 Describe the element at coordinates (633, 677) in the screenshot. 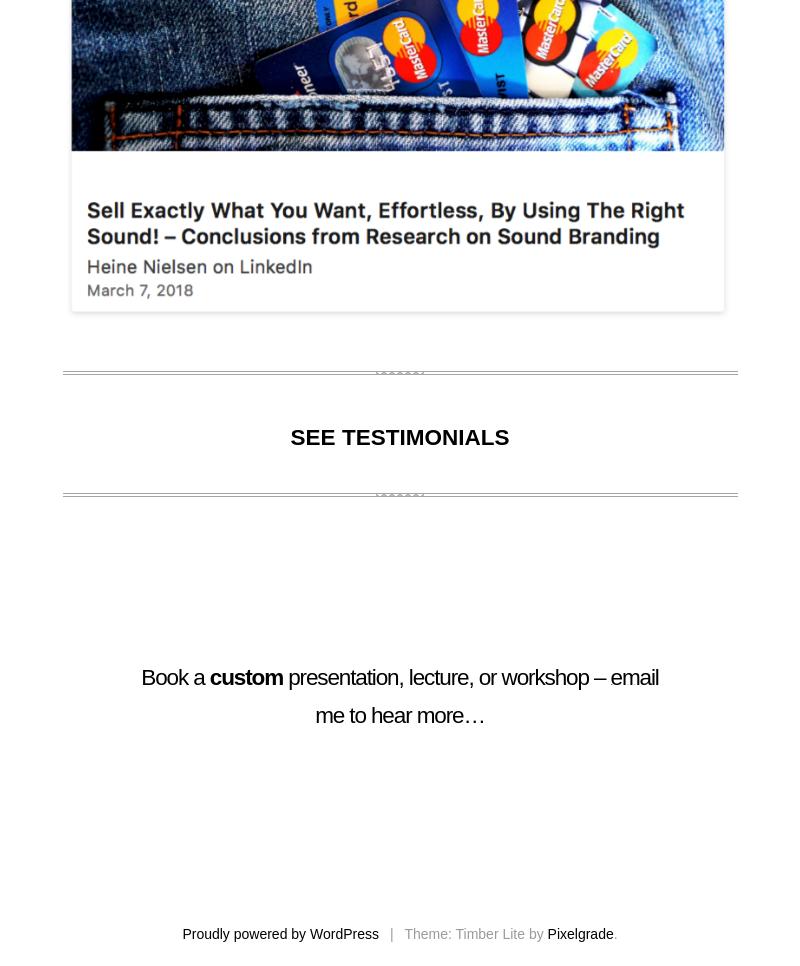

I see `'email'` at that location.